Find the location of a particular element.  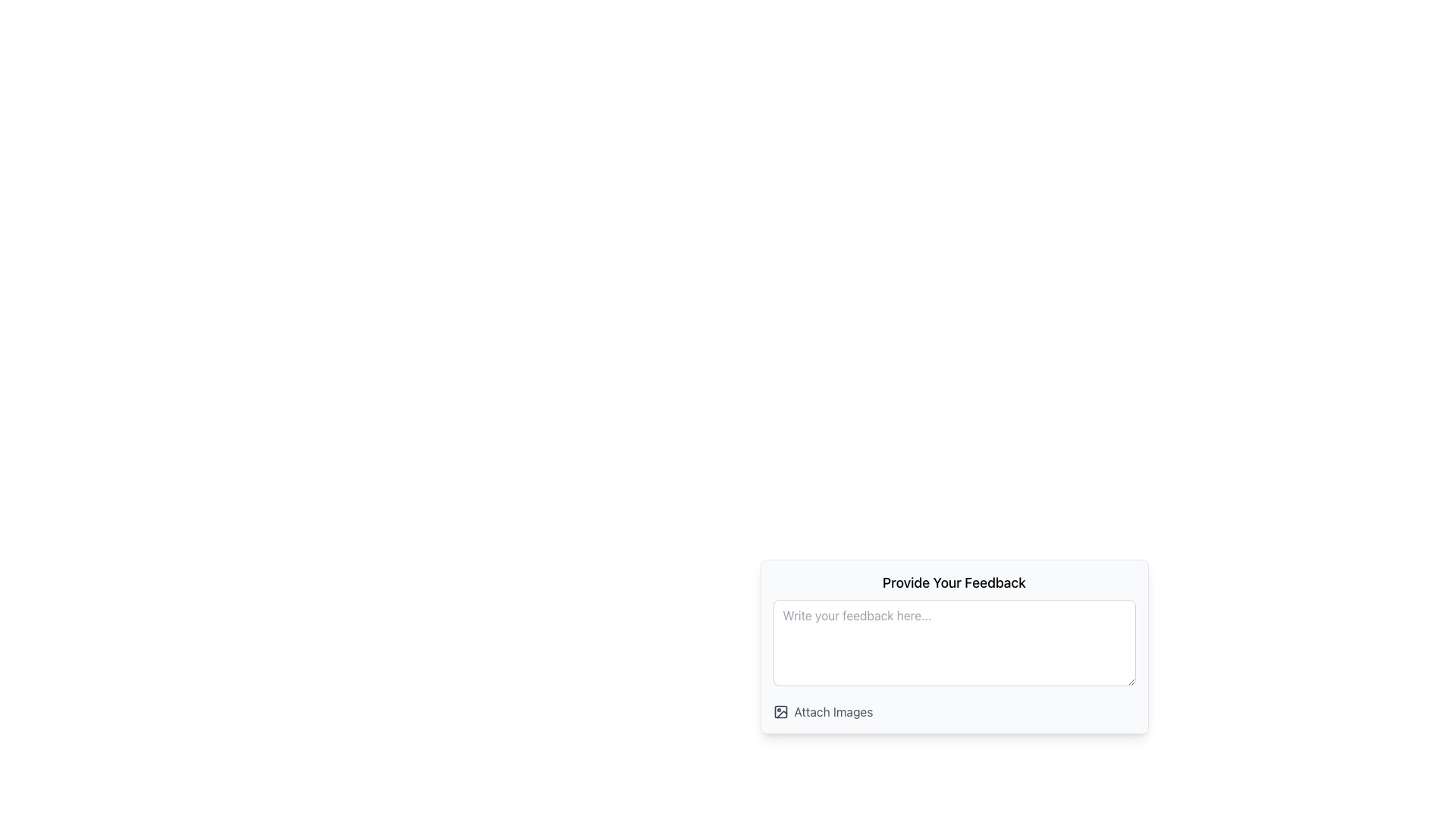

the Static Text Label that prompts users to attach images, located to the right of an image icon within the feedback submission component is located at coordinates (833, 711).